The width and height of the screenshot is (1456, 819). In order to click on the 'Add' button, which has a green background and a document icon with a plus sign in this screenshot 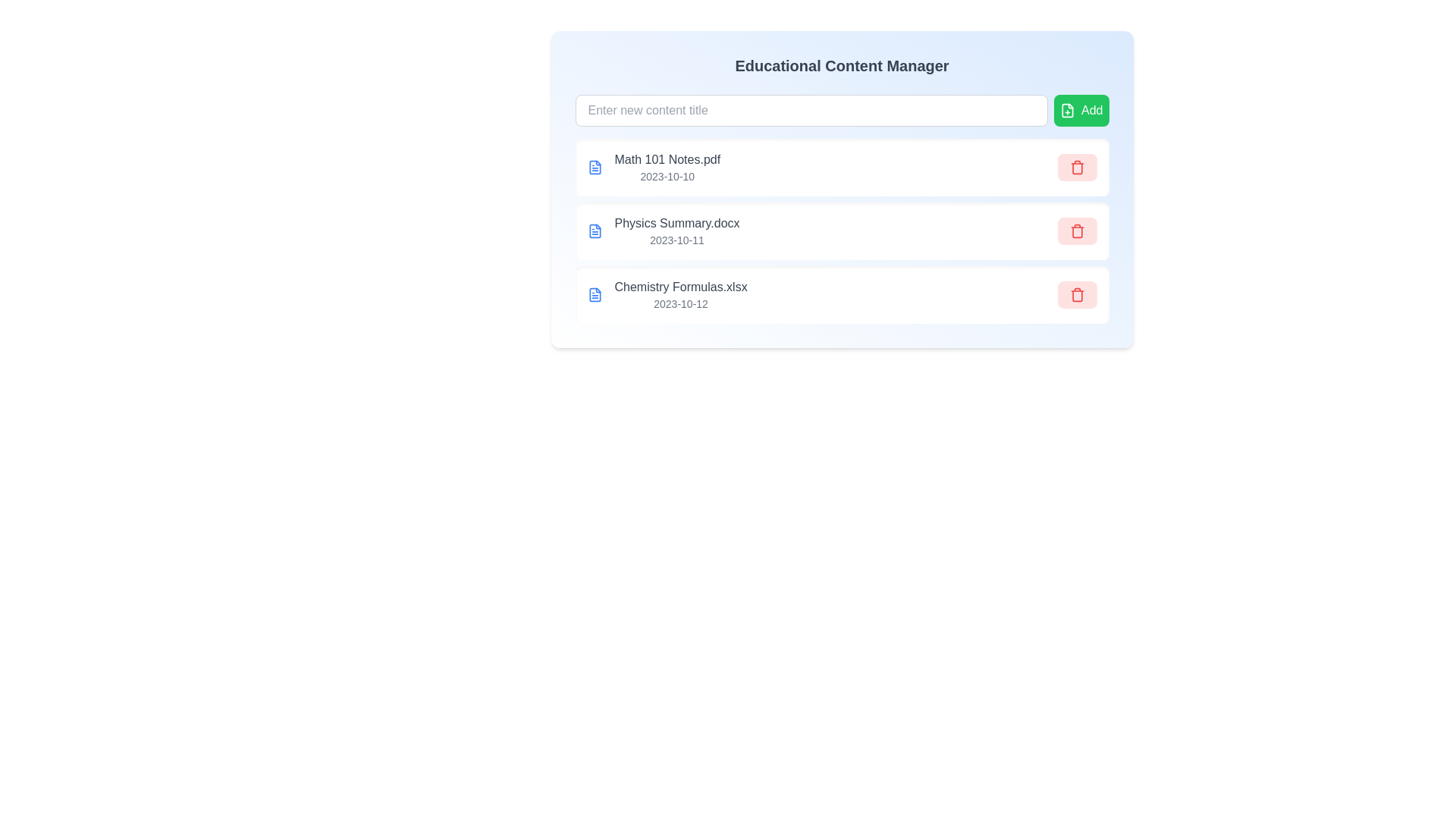, I will do `click(1081, 110)`.